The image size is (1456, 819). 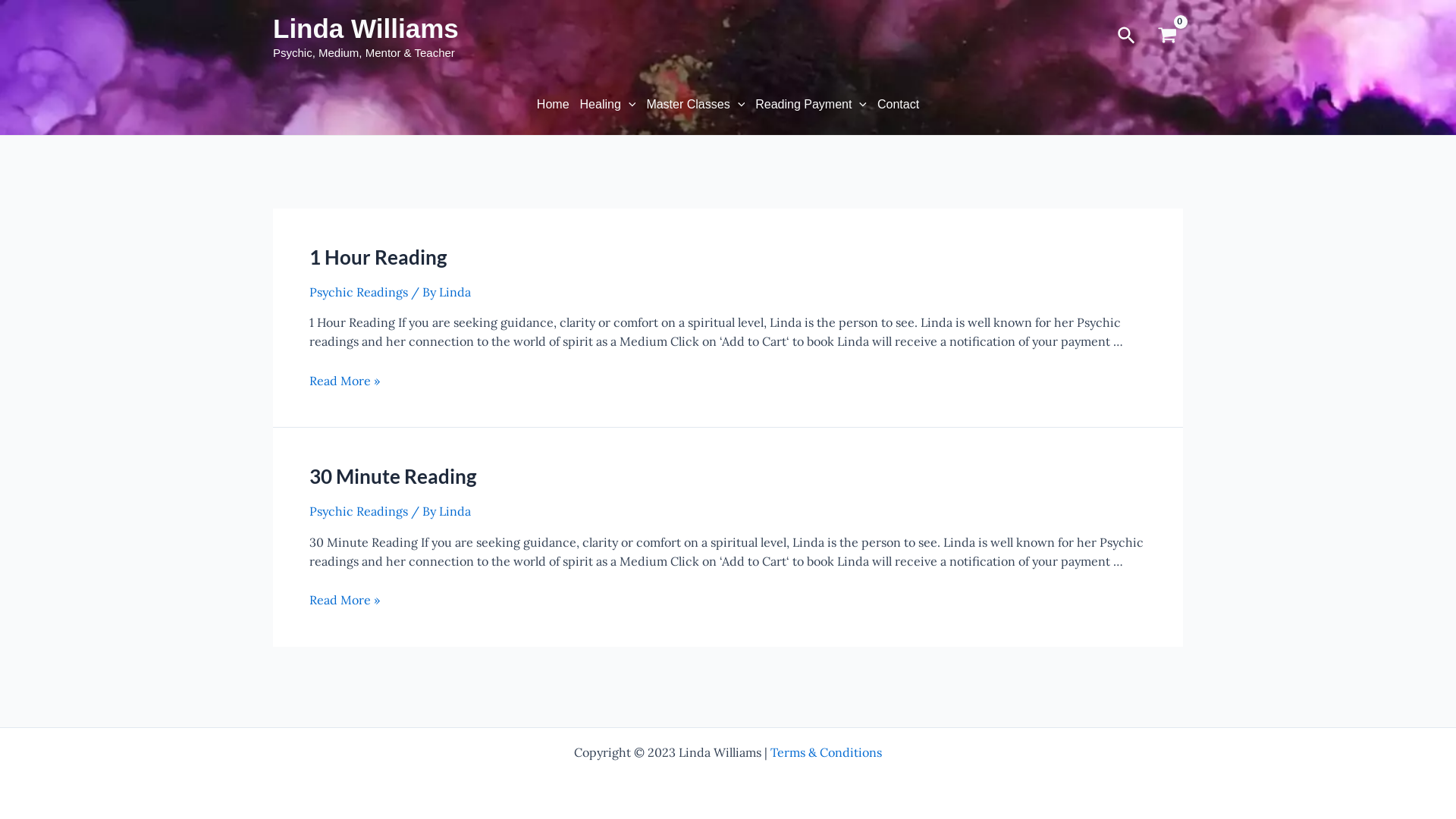 I want to click on 'Terms & Conditions', so click(x=825, y=752).